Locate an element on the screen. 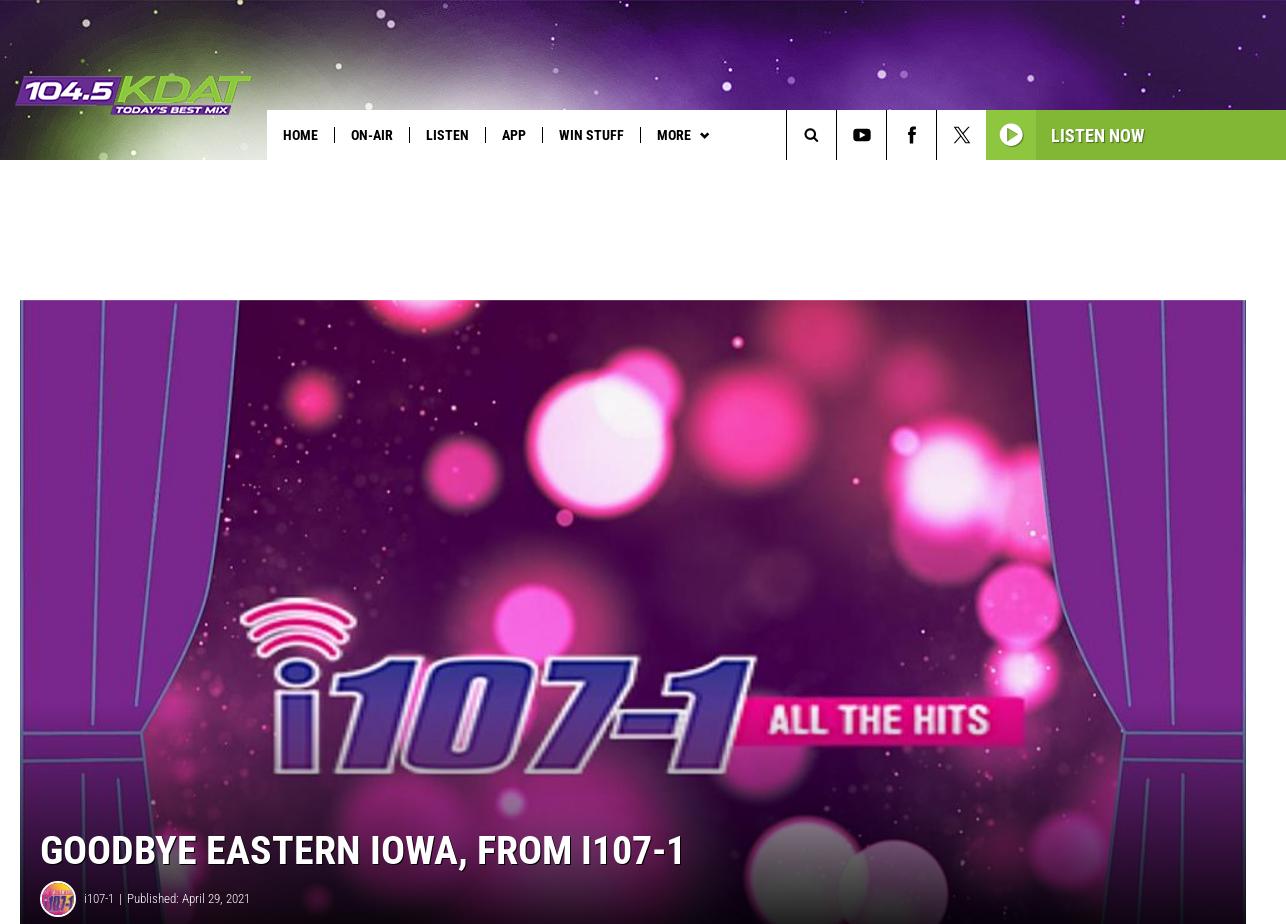 This screenshot has width=1286, height=924. 'What's Hot:' is located at coordinates (52, 176).